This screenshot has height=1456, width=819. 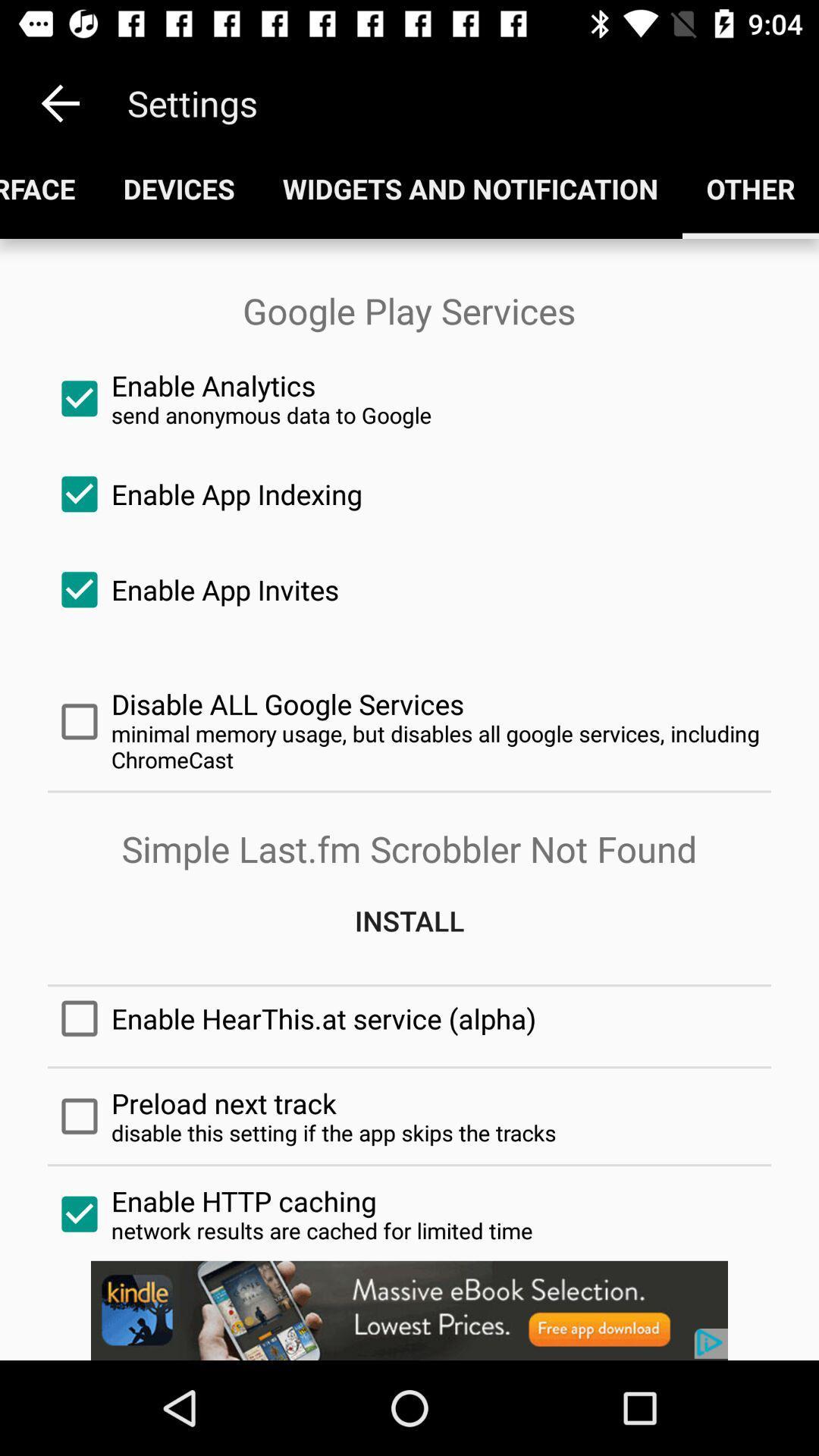 What do you see at coordinates (409, 1310) in the screenshot?
I see `advertisement` at bounding box center [409, 1310].